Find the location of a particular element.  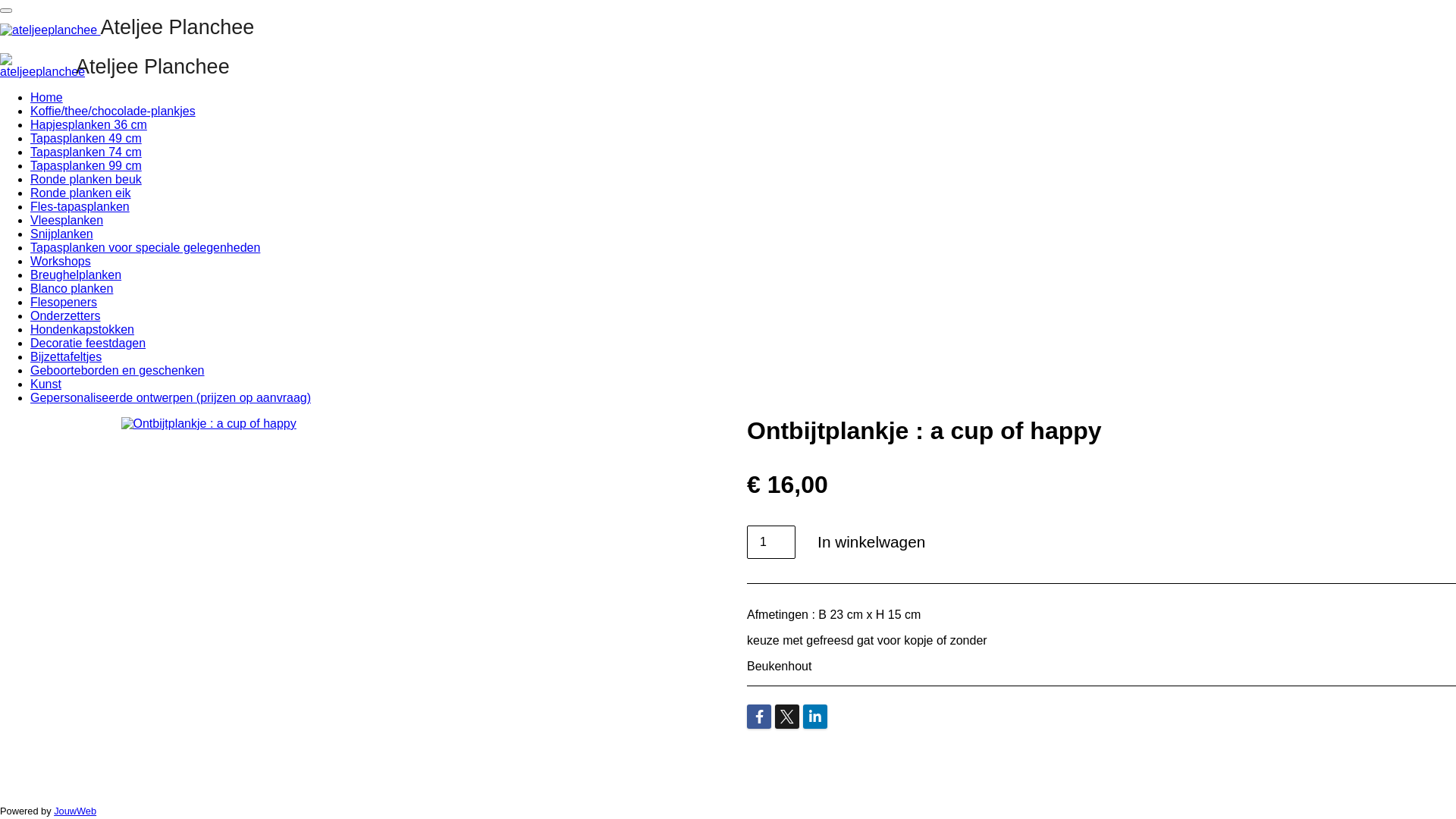

'Fles-tapasplanken' is located at coordinates (79, 206).